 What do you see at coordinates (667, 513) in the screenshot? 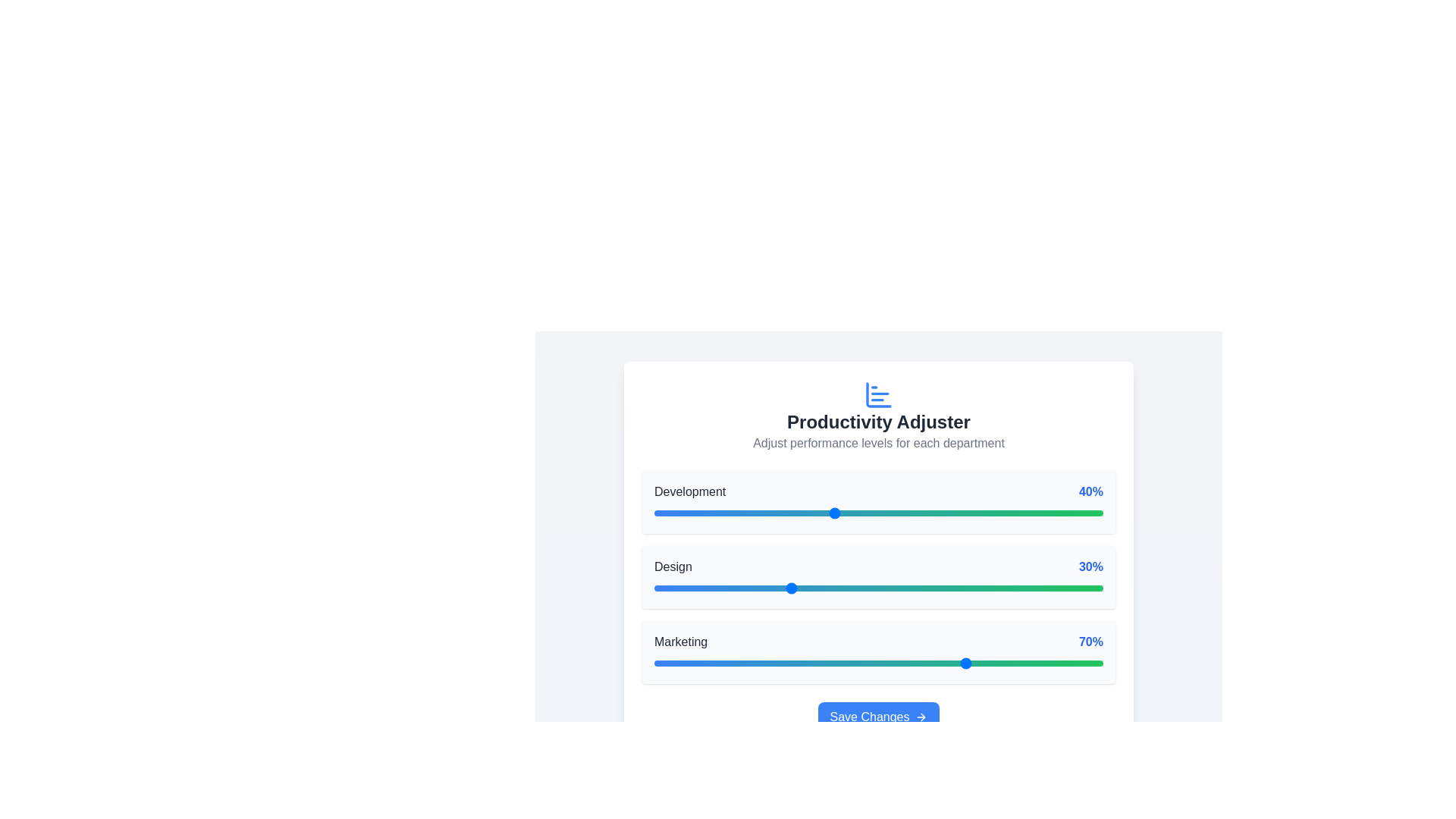
I see `the slider value` at bounding box center [667, 513].